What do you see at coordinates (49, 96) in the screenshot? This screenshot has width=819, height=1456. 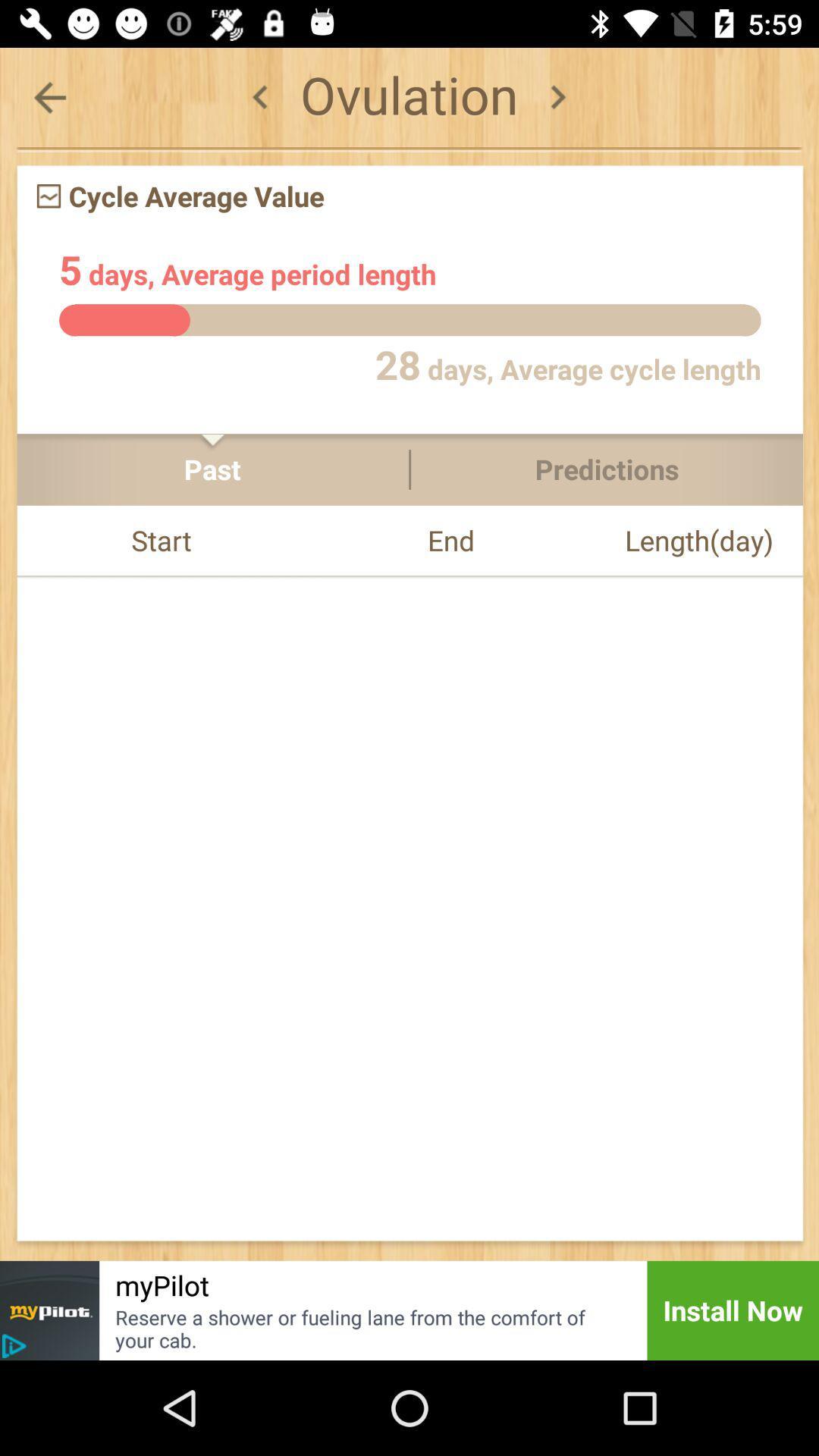 I see `the arrow_backward icon` at bounding box center [49, 96].